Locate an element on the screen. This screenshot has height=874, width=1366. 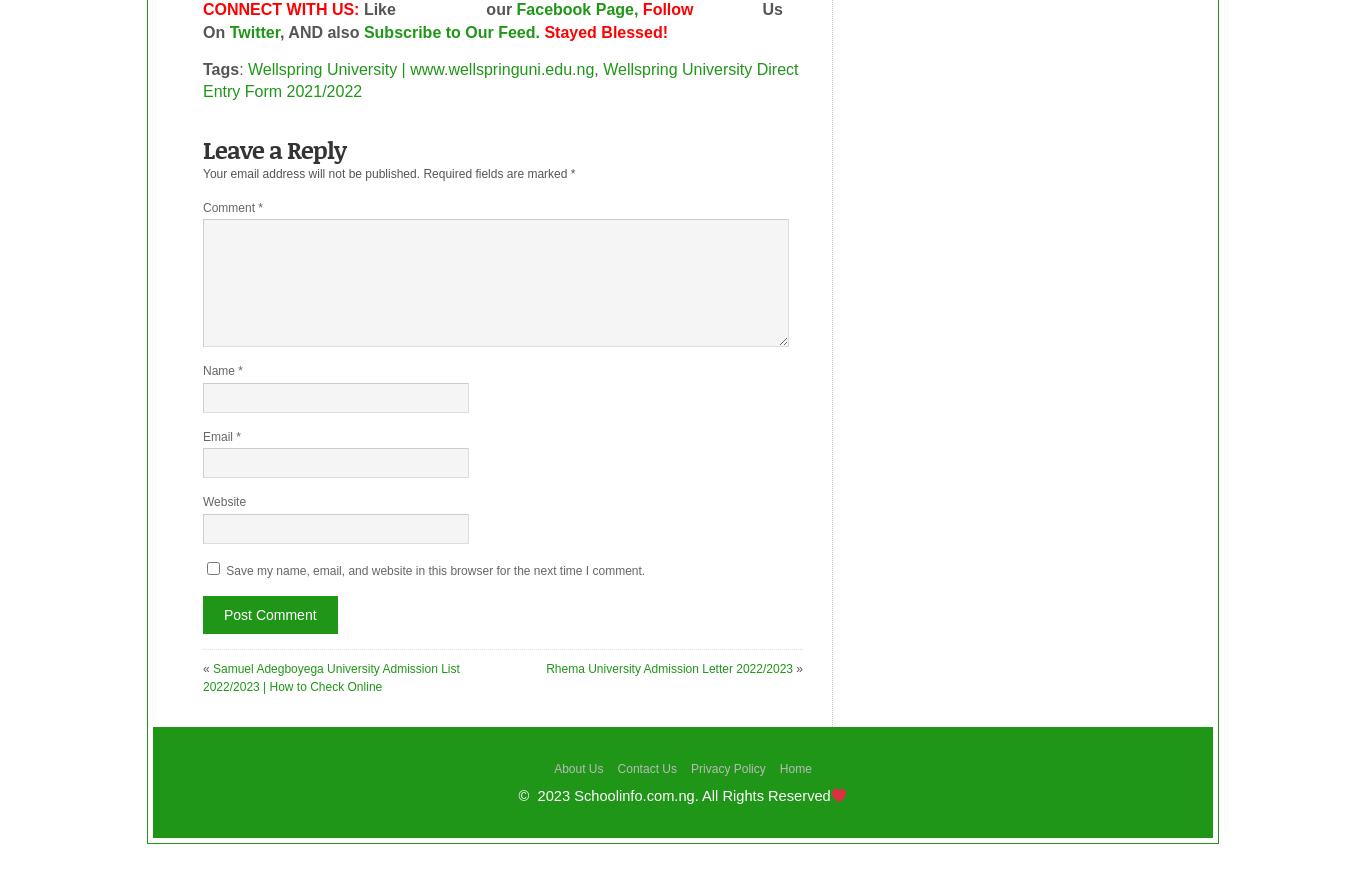
'Wellspring University Direct Entry Form 2021/2022' is located at coordinates (500, 80).